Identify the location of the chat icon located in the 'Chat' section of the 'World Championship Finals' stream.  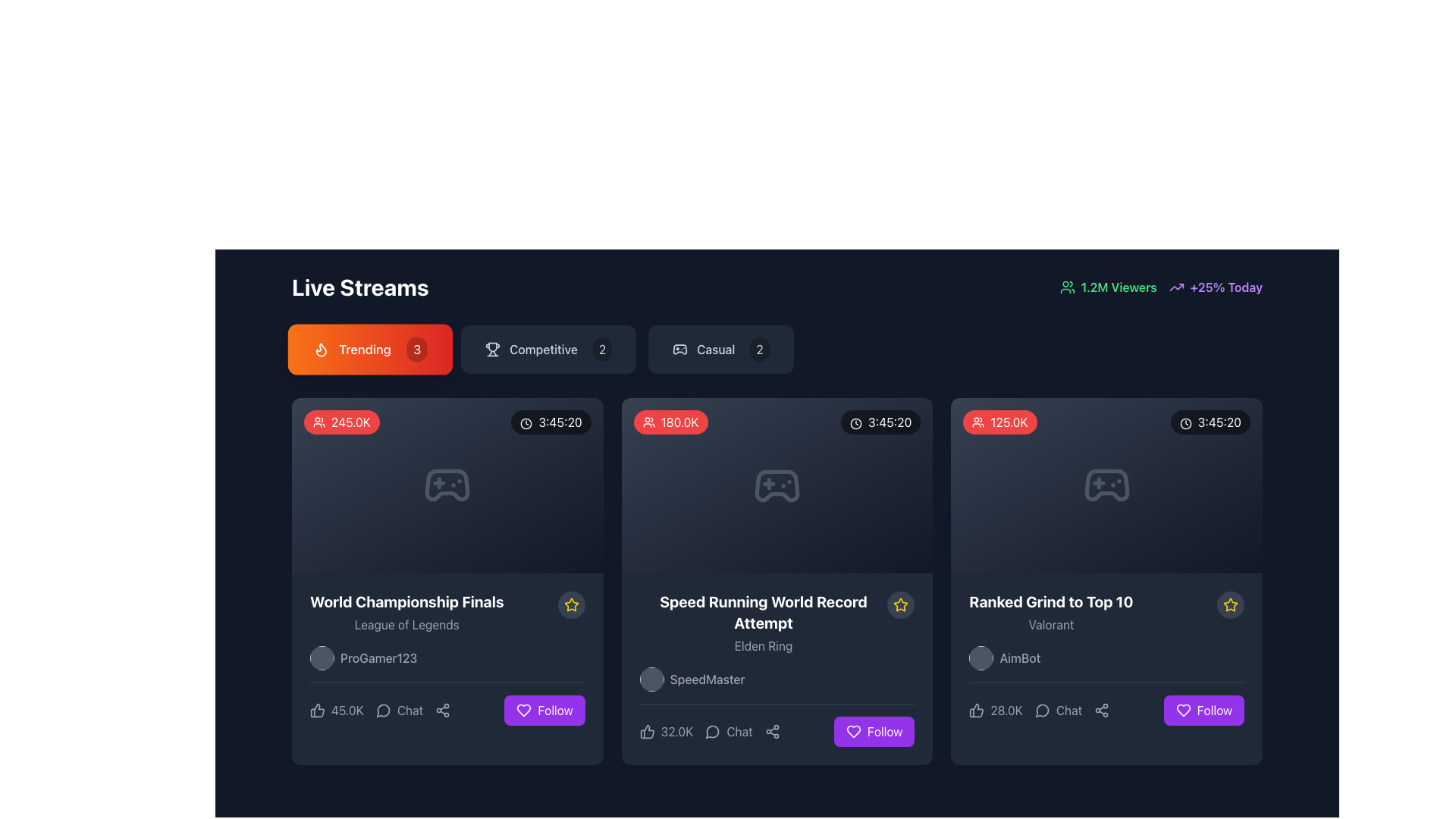
(383, 711).